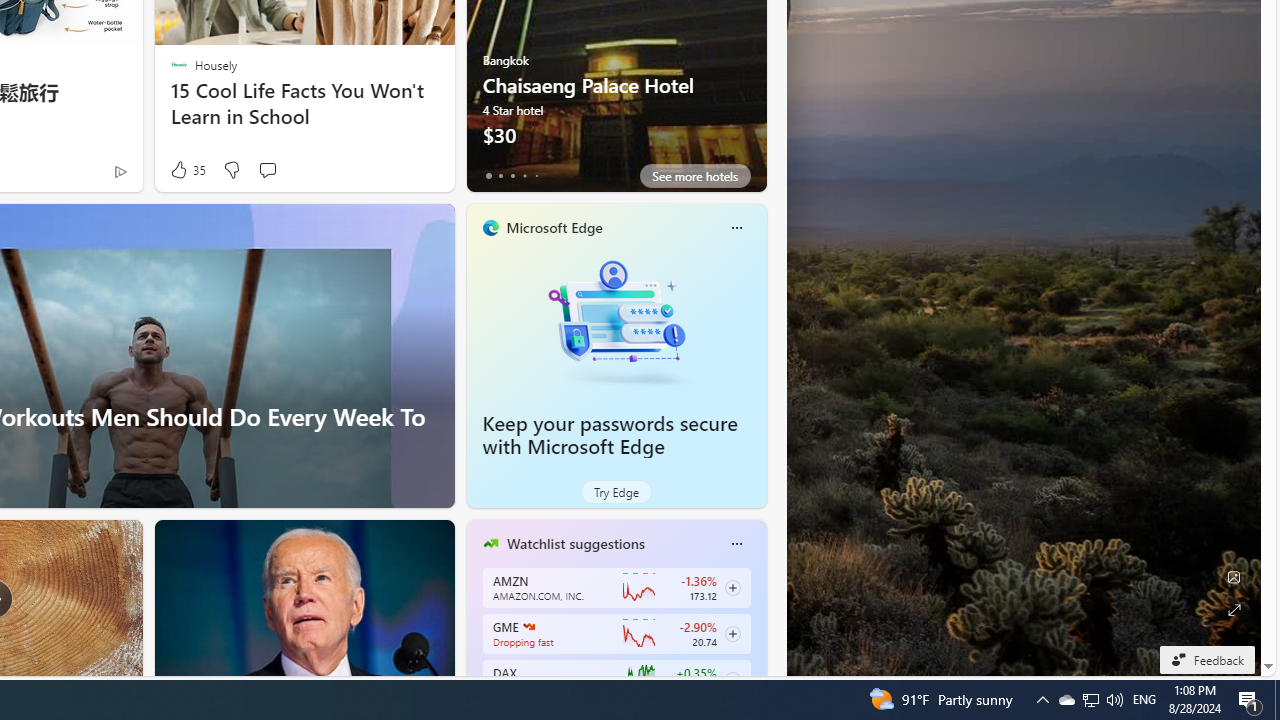  I want to click on 'Ad Choice', so click(119, 170).